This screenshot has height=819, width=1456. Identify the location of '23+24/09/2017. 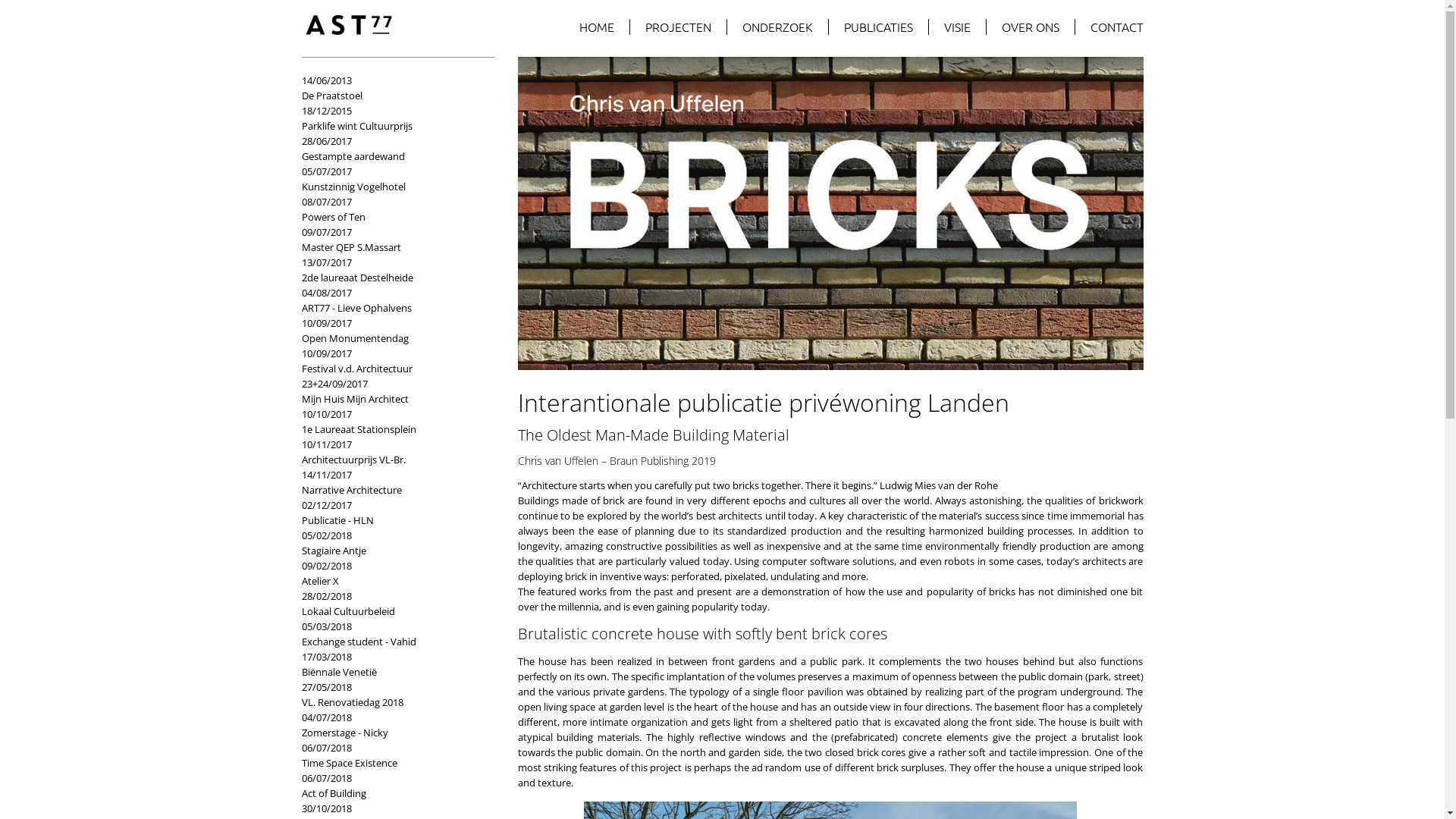
(391, 391).